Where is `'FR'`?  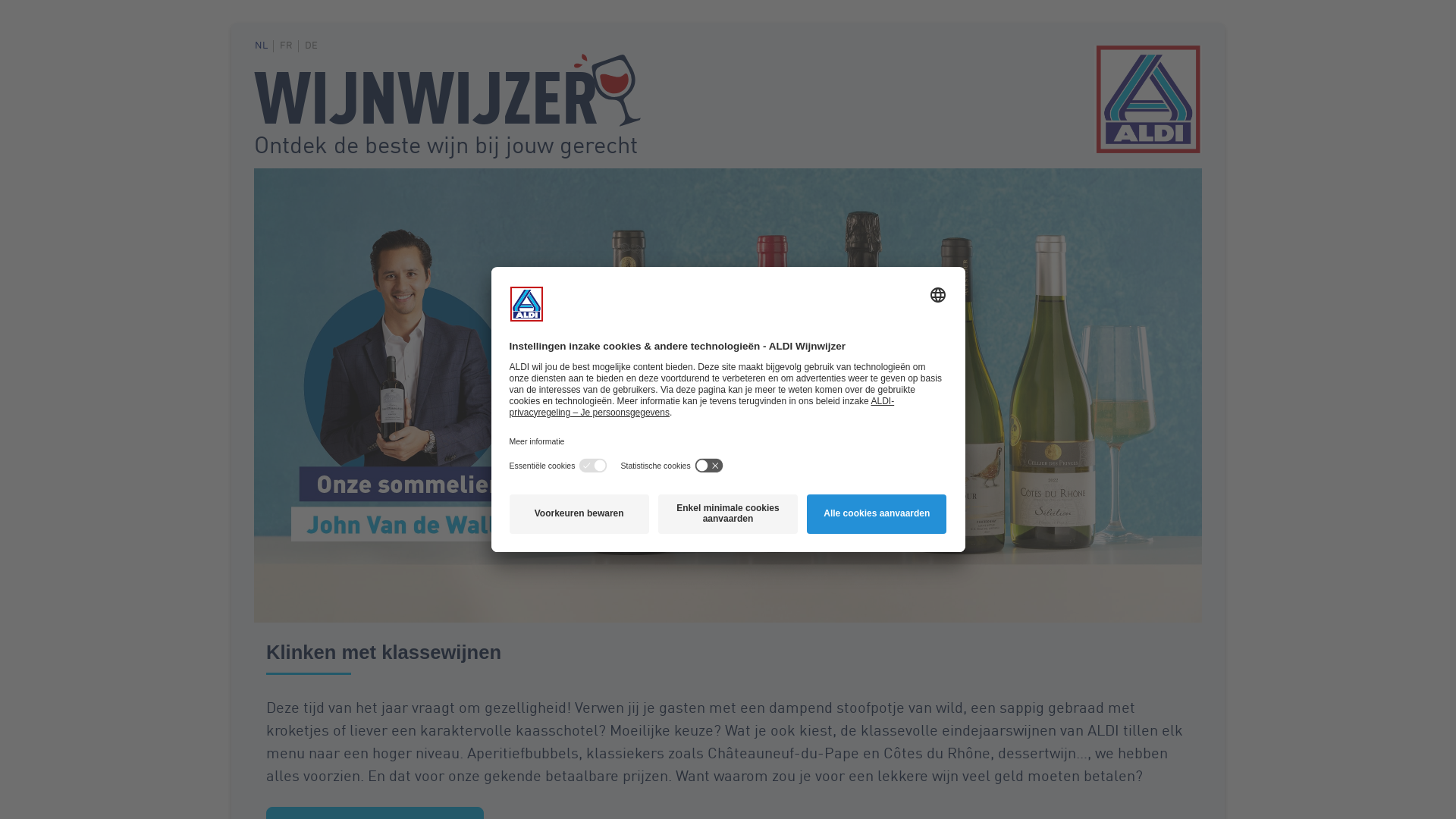 'FR' is located at coordinates (289, 45).